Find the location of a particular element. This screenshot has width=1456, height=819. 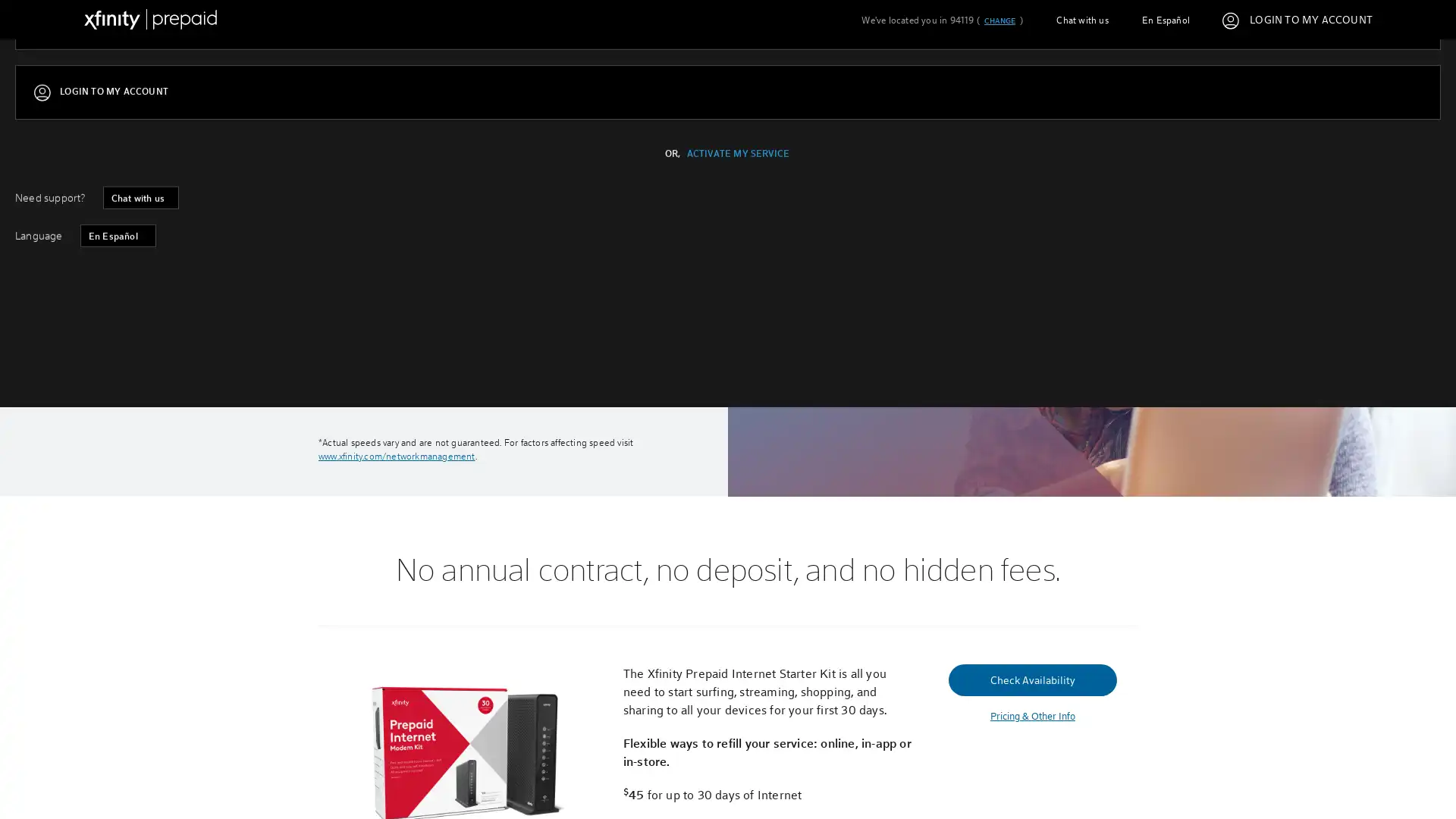

Check Availability is located at coordinates (403, 354).